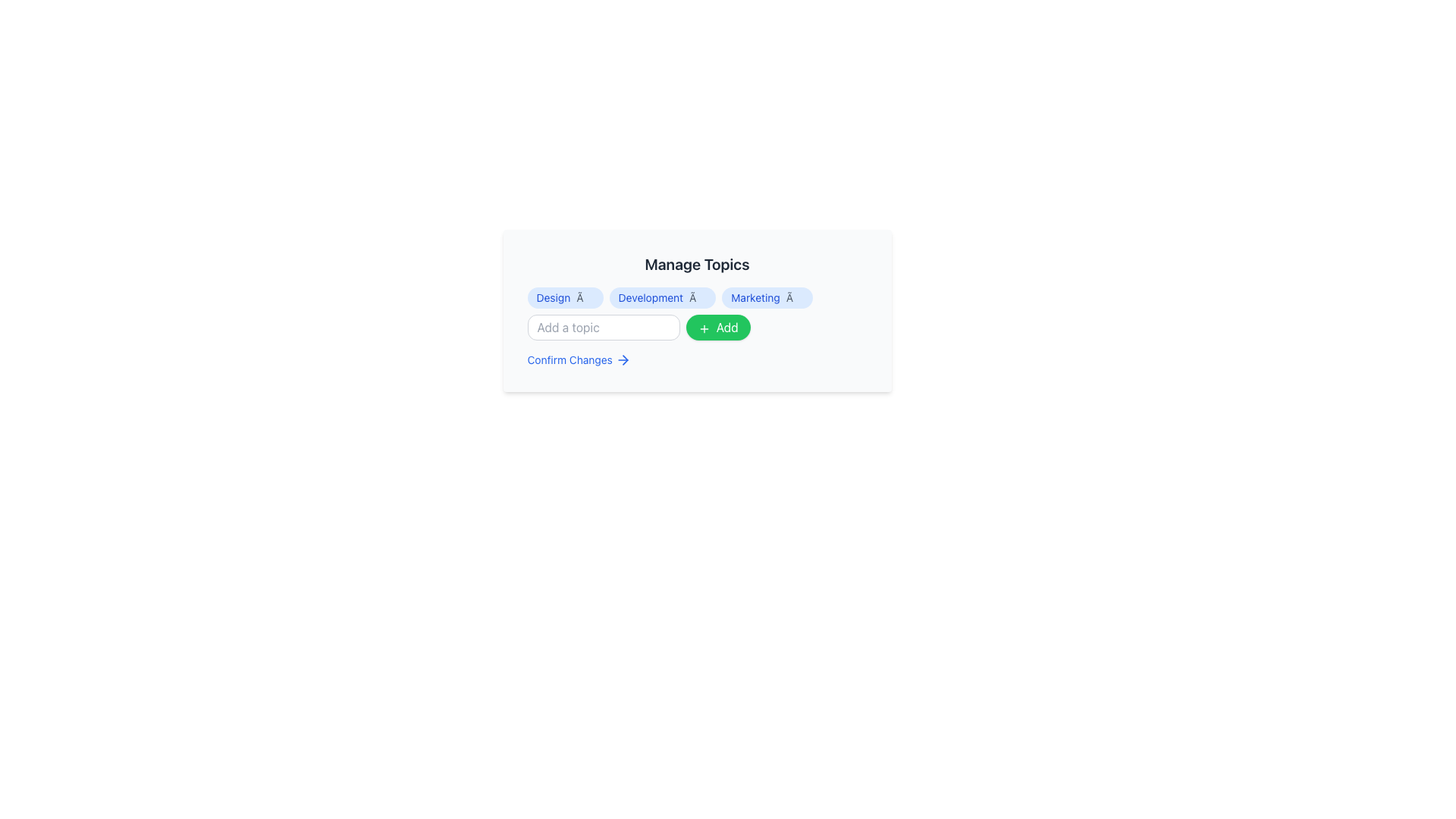 The width and height of the screenshot is (1456, 819). What do you see at coordinates (584, 298) in the screenshot?
I see `the interactive '×' symbol button at the end of the 'Design' tag` at bounding box center [584, 298].